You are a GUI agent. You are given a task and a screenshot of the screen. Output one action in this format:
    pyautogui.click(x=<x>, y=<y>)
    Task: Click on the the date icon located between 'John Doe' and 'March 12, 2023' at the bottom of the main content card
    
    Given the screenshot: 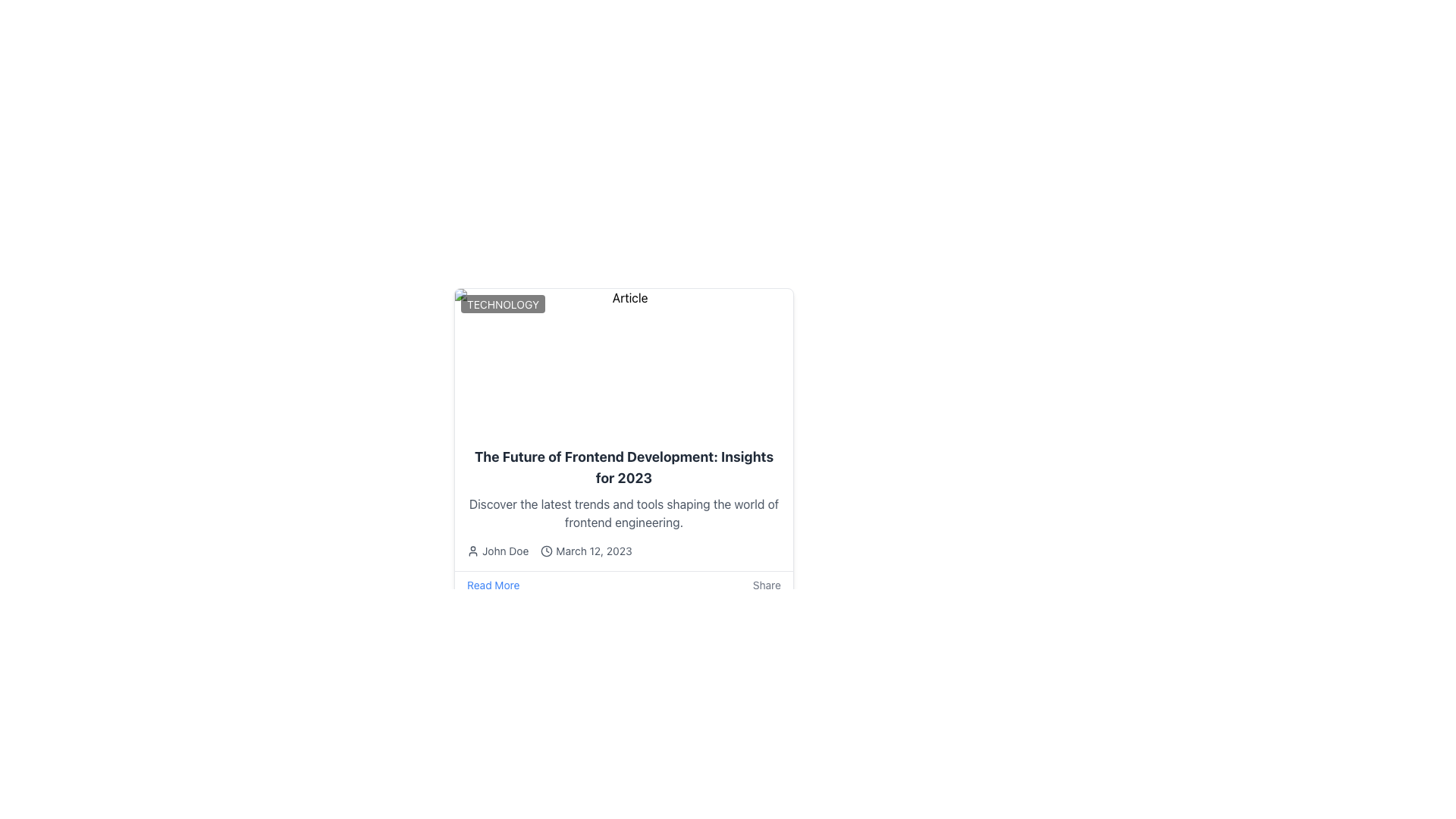 What is the action you would take?
    pyautogui.click(x=546, y=551)
    